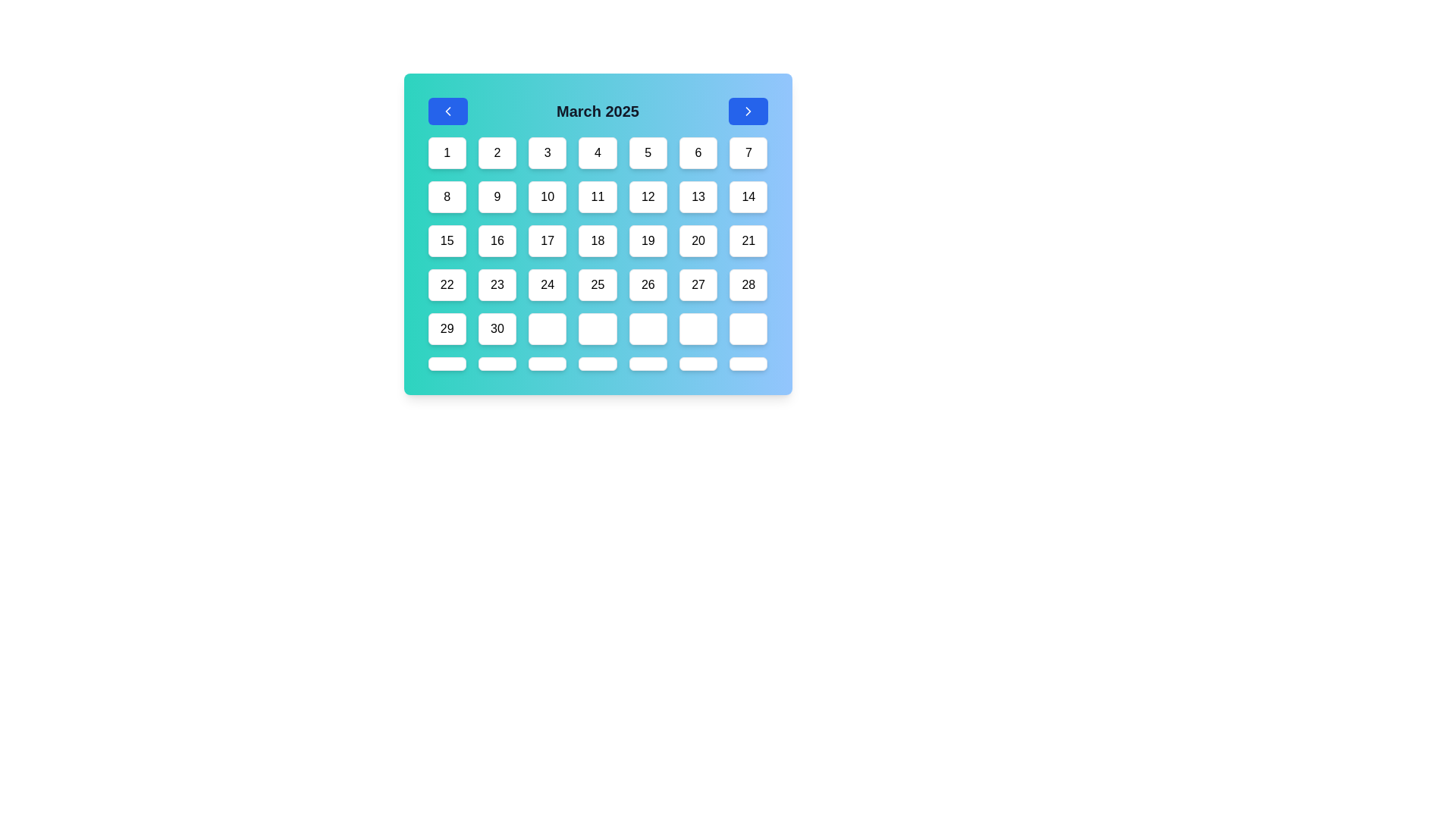 The height and width of the screenshot is (819, 1456). What do you see at coordinates (446, 240) in the screenshot?
I see `the white square button with rounded corners displaying the bold text '15'` at bounding box center [446, 240].